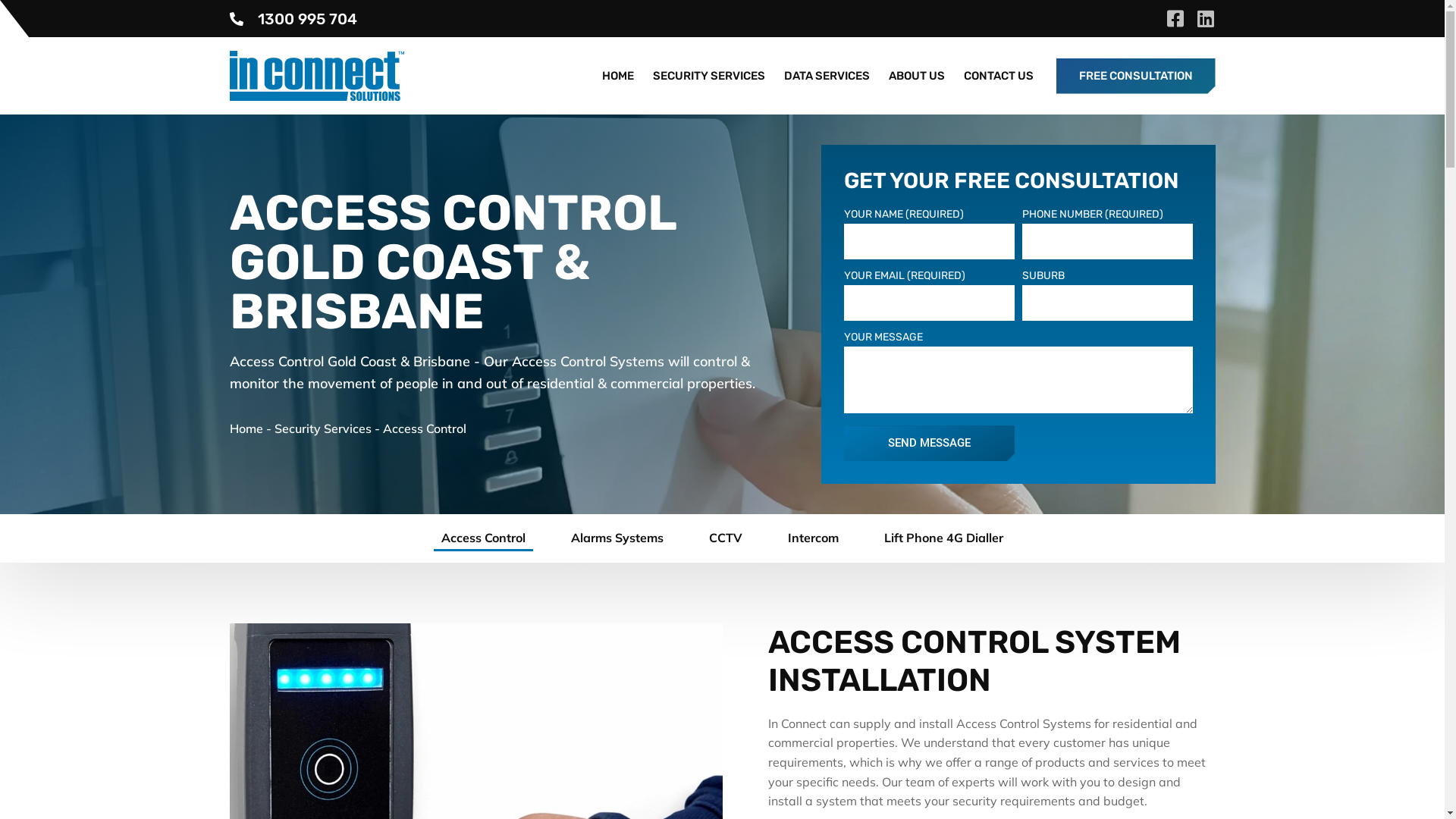 This screenshot has height=819, width=1456. Describe the element at coordinates (228, 17) in the screenshot. I see `'1300 995 704'` at that location.